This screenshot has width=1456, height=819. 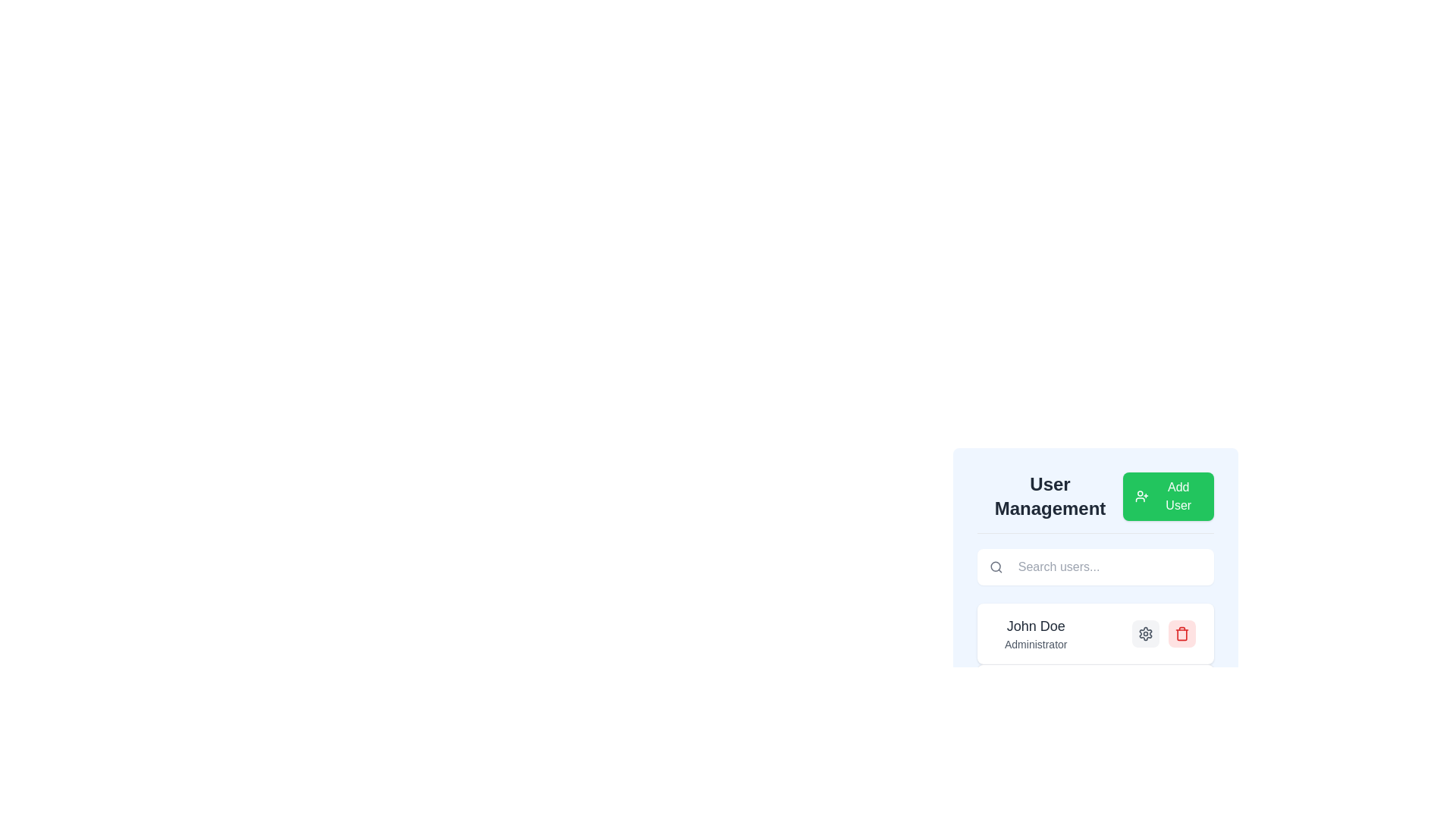 I want to click on text label that specifies the role or designation of the user, located directly below 'John Doe' in the user card component, so click(x=1035, y=644).